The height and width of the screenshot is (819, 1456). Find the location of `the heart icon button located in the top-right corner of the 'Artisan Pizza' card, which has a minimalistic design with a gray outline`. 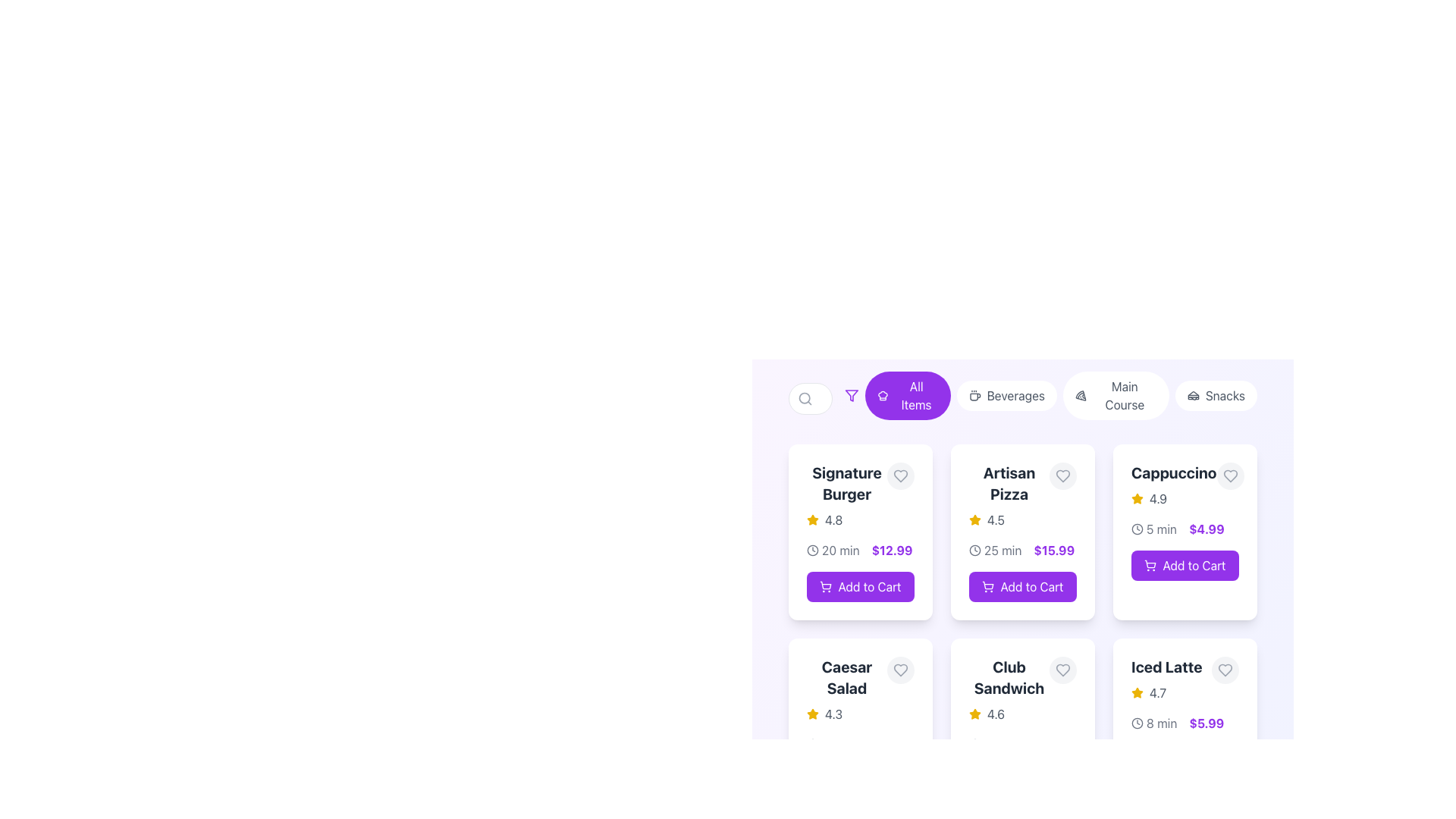

the heart icon button located in the top-right corner of the 'Artisan Pizza' card, which has a minimalistic design with a gray outline is located at coordinates (1062, 475).